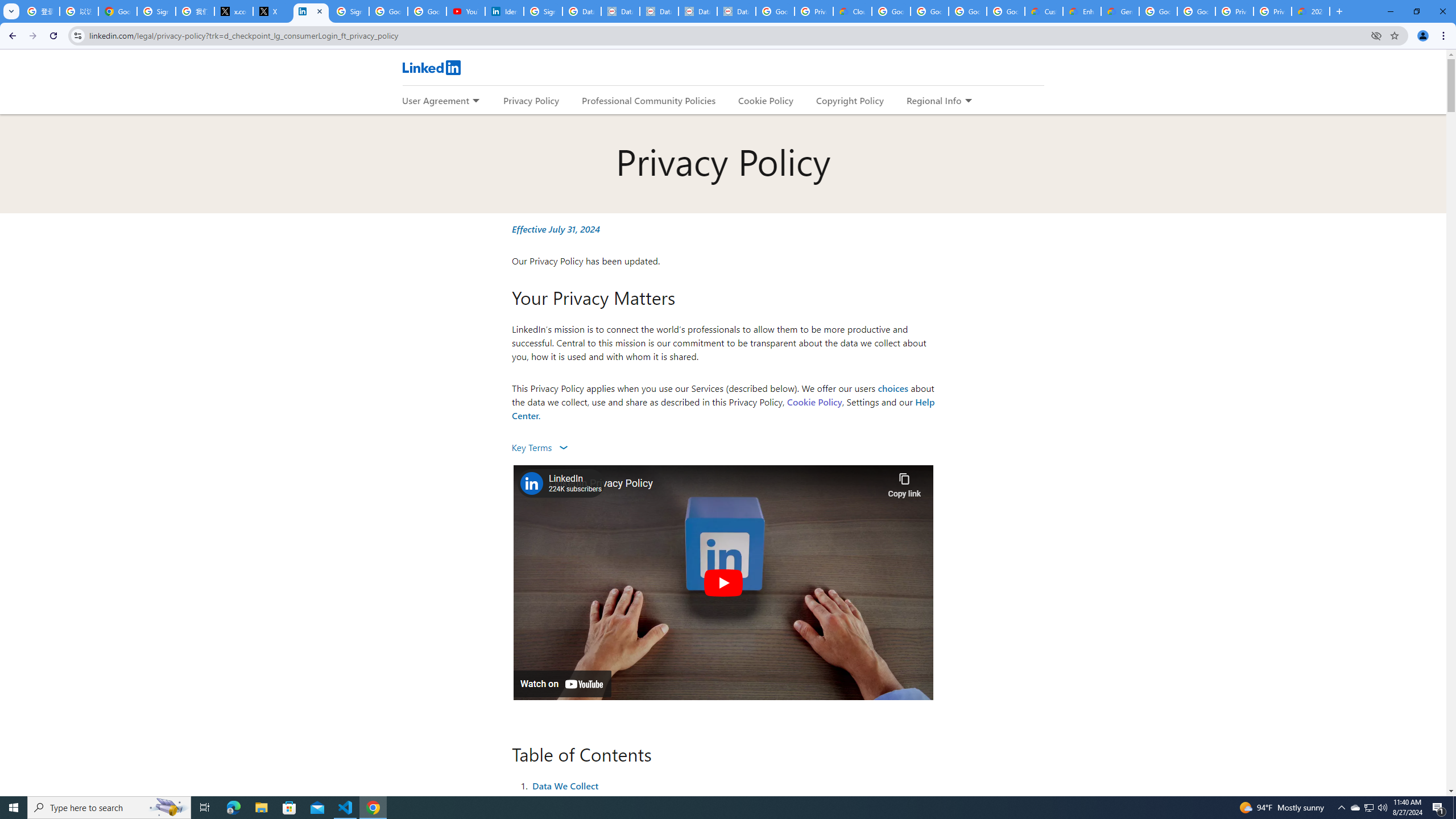  What do you see at coordinates (271, 11) in the screenshot?
I see `'X'` at bounding box center [271, 11].